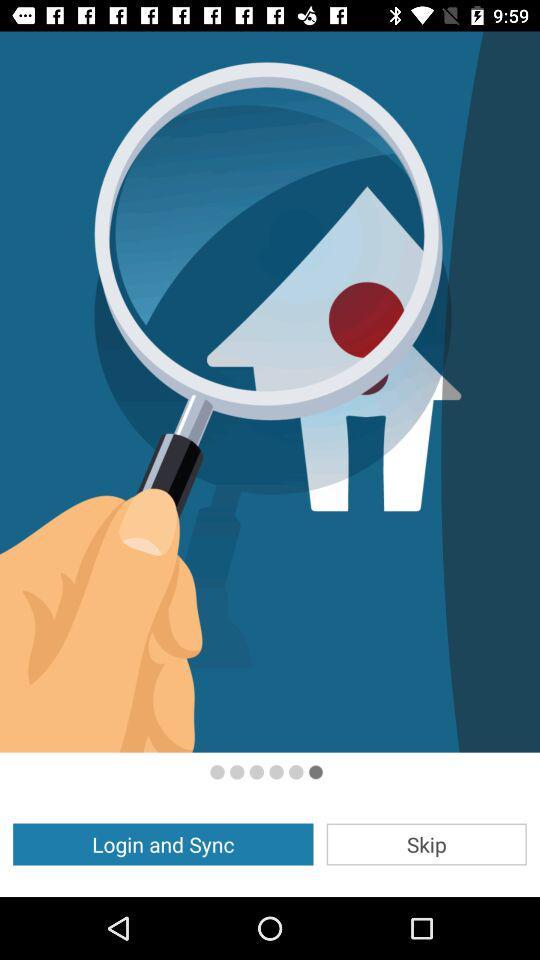  Describe the element at coordinates (425, 843) in the screenshot. I see `the app to the right of the login and sync icon` at that location.